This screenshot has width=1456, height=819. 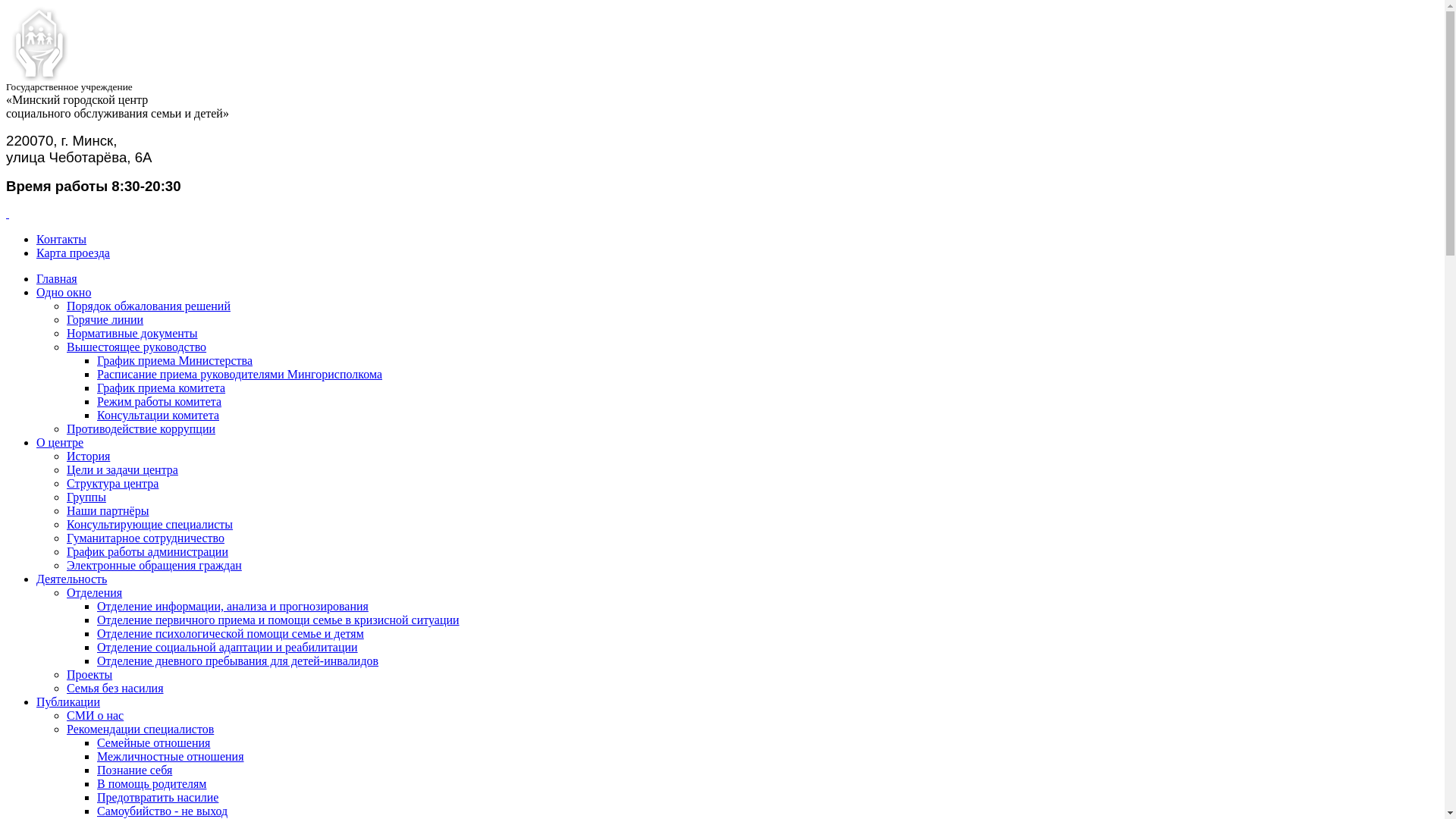 What do you see at coordinates (6, 213) in the screenshot?
I see `' '` at bounding box center [6, 213].